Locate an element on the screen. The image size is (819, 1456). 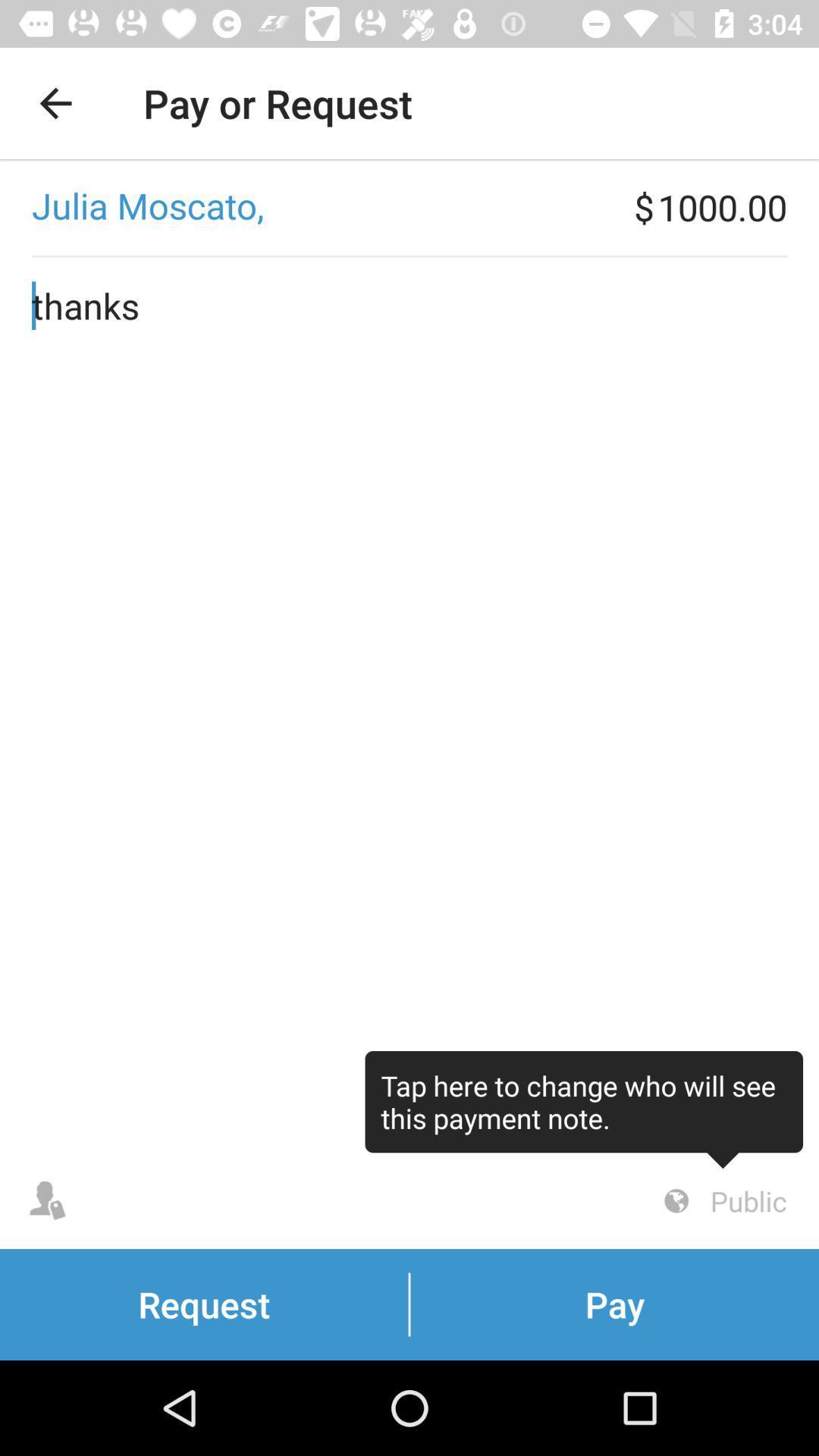
the 1000.00 icon is located at coordinates (737, 206).